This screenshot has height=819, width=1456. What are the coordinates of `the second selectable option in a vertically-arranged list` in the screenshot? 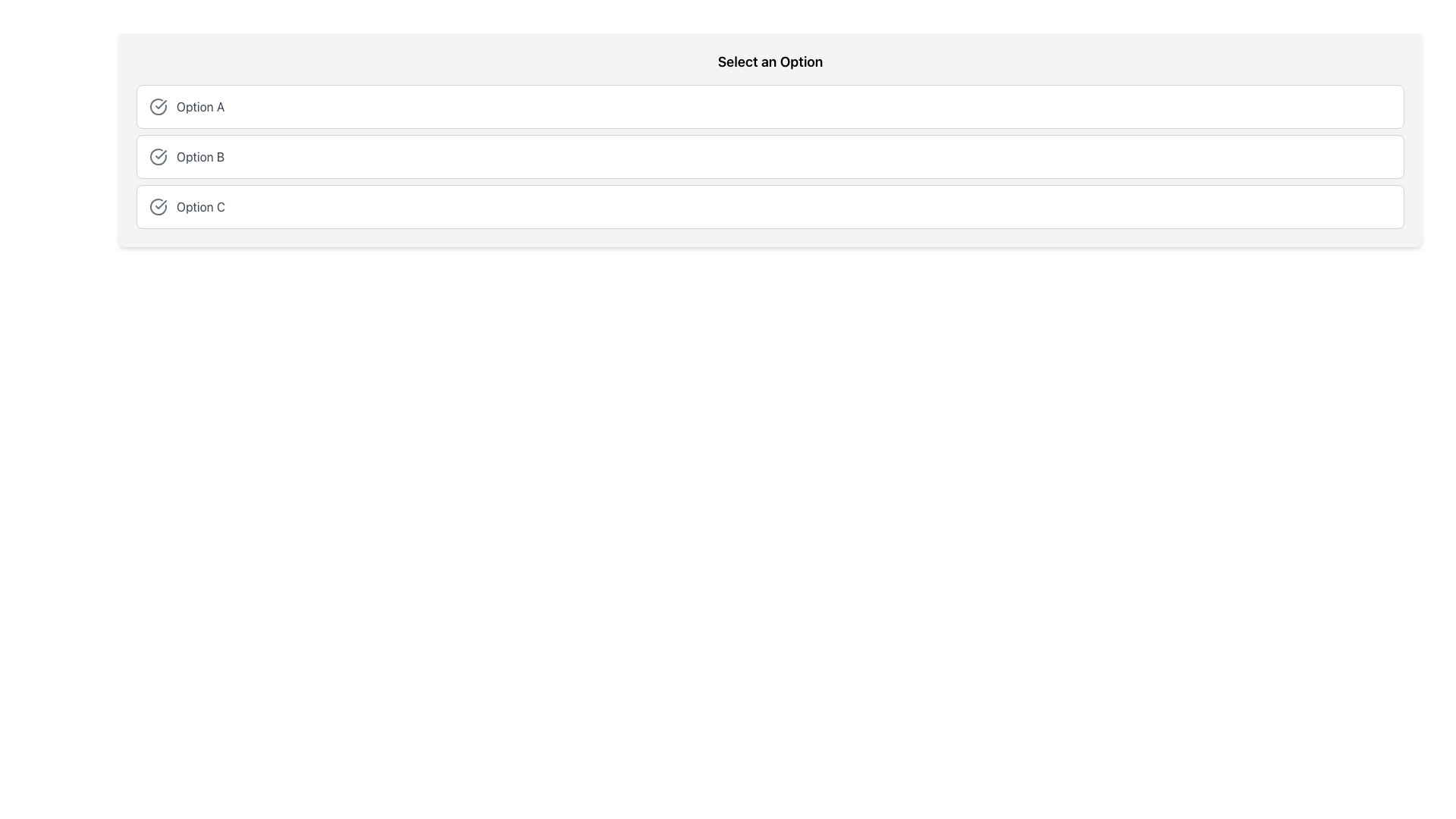 It's located at (770, 157).